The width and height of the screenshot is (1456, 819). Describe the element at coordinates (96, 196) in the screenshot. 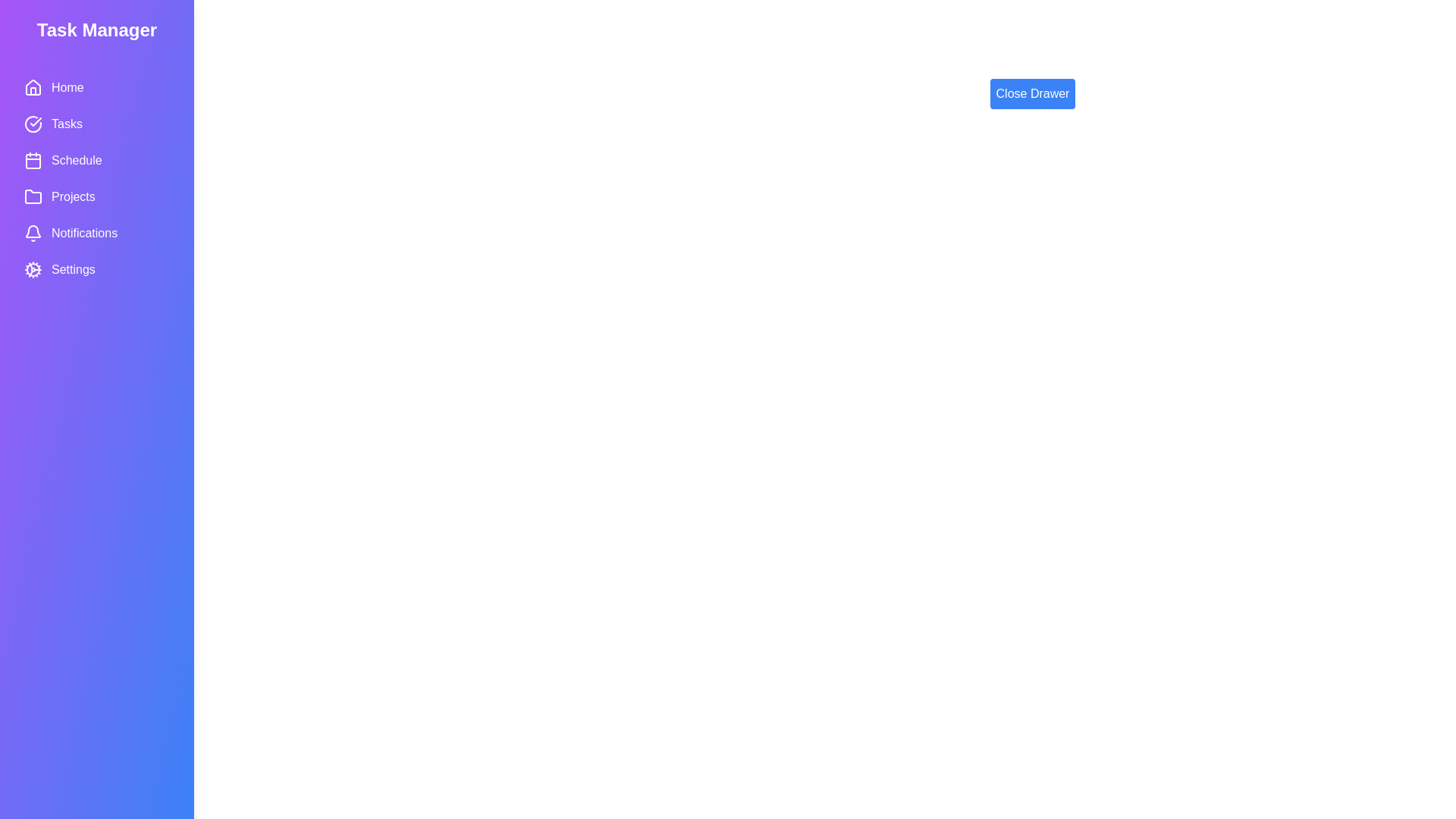

I see `the menu item Projects from the Task Manager Drawer` at that location.